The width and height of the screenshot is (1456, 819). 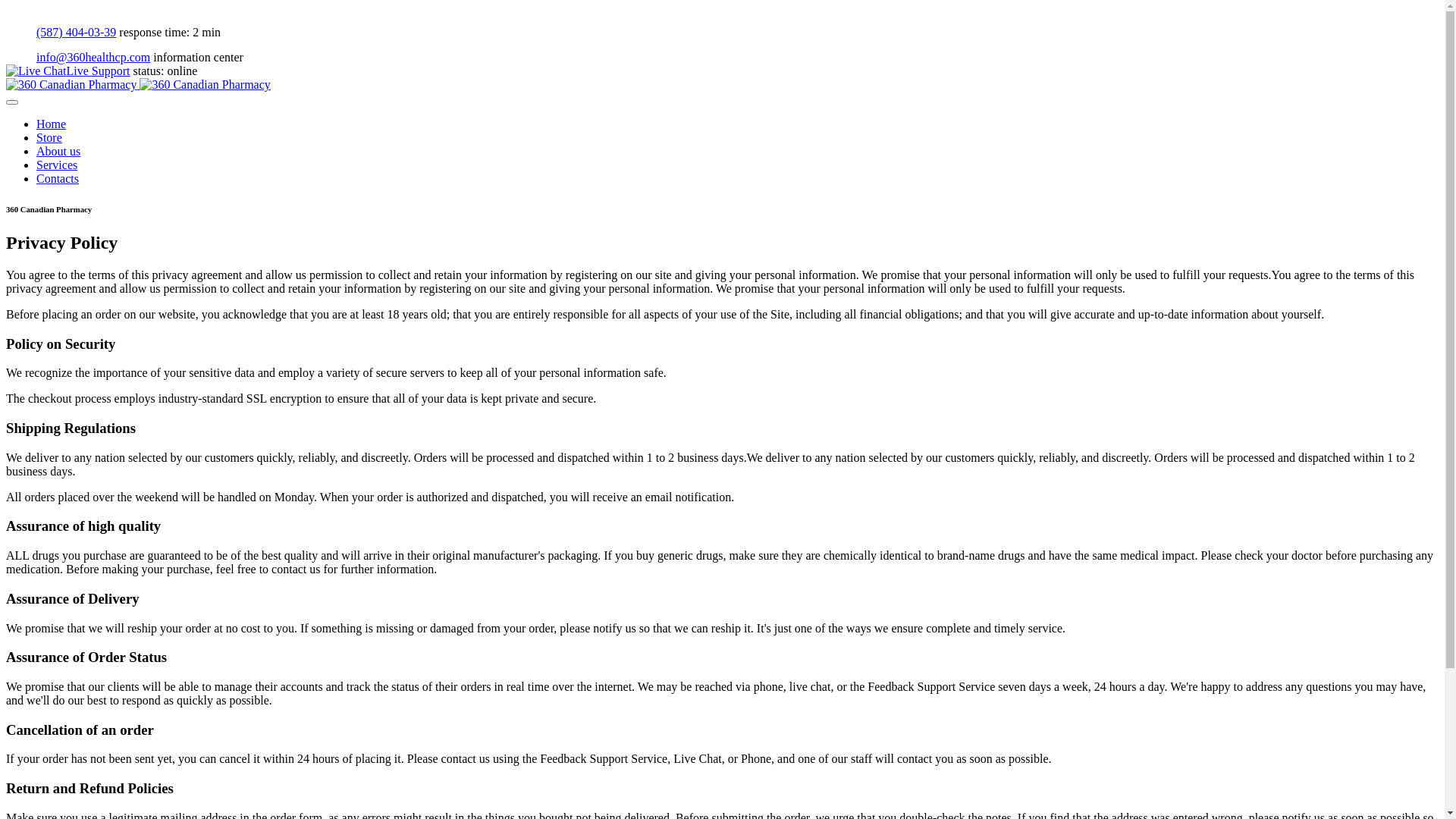 What do you see at coordinates (61, 32) in the screenshot?
I see `'(587) 404-03-39'` at bounding box center [61, 32].